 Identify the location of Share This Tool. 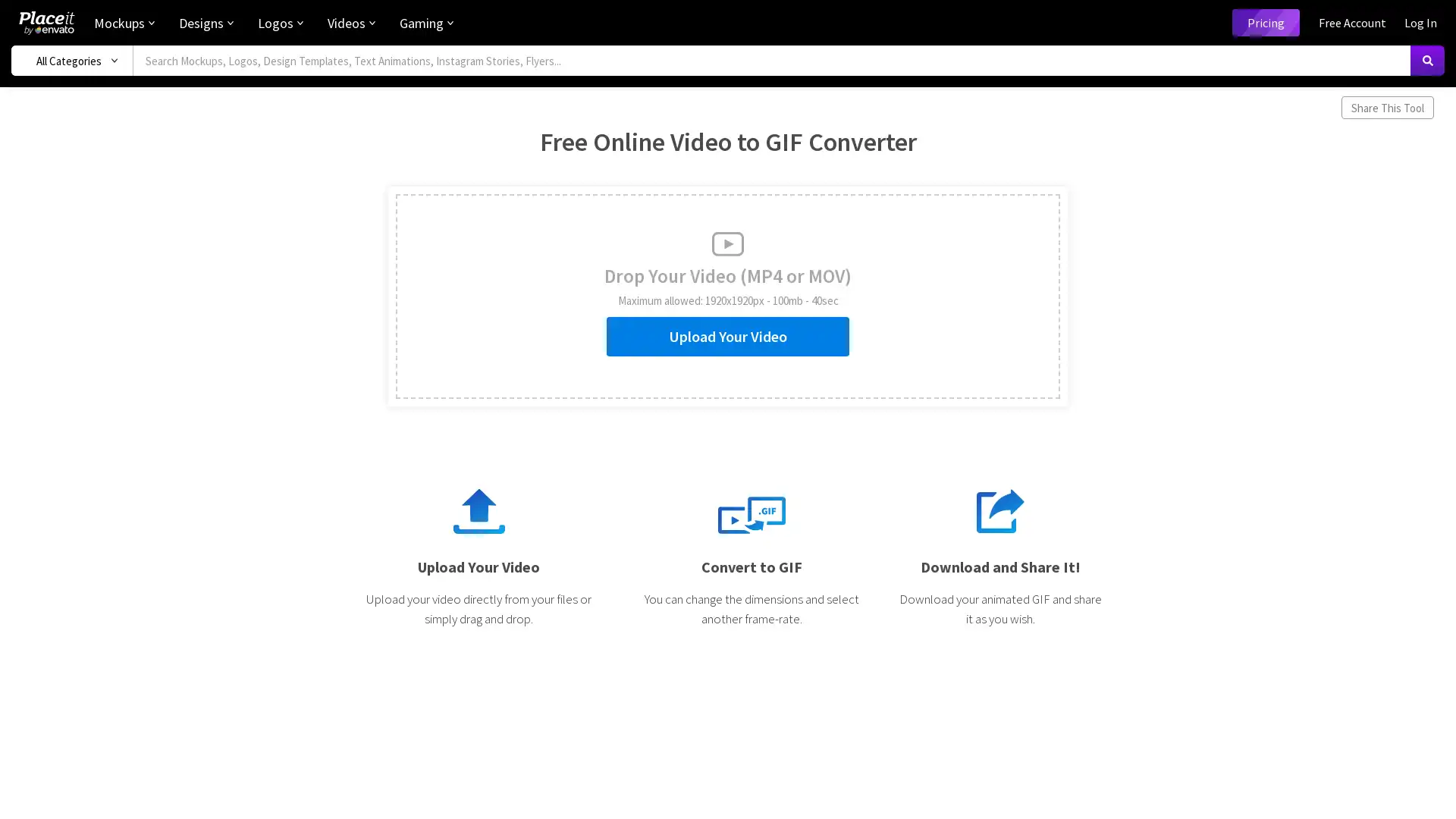
(1387, 107).